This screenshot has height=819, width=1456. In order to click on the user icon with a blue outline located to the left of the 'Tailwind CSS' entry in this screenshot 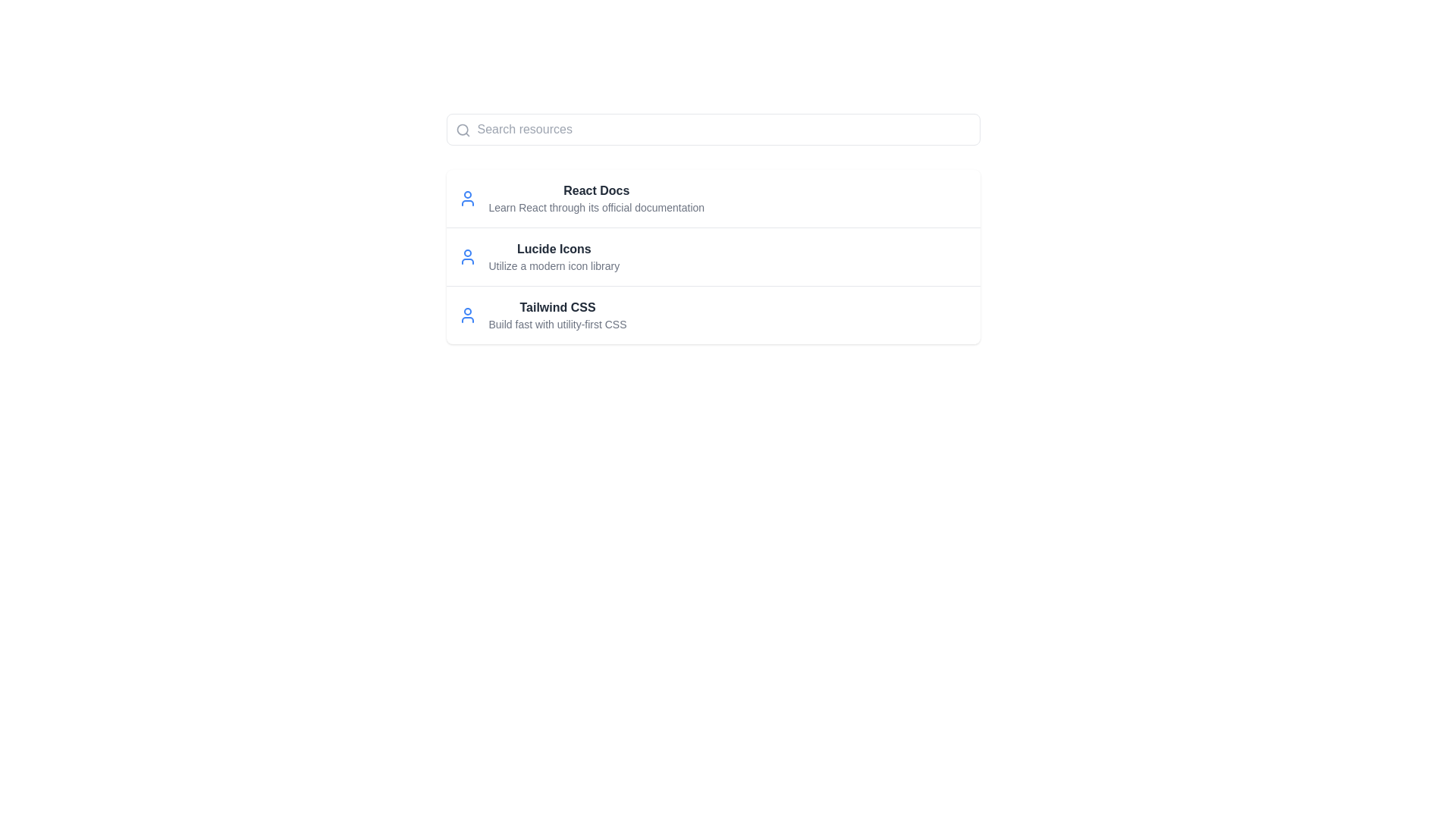, I will do `click(466, 315)`.